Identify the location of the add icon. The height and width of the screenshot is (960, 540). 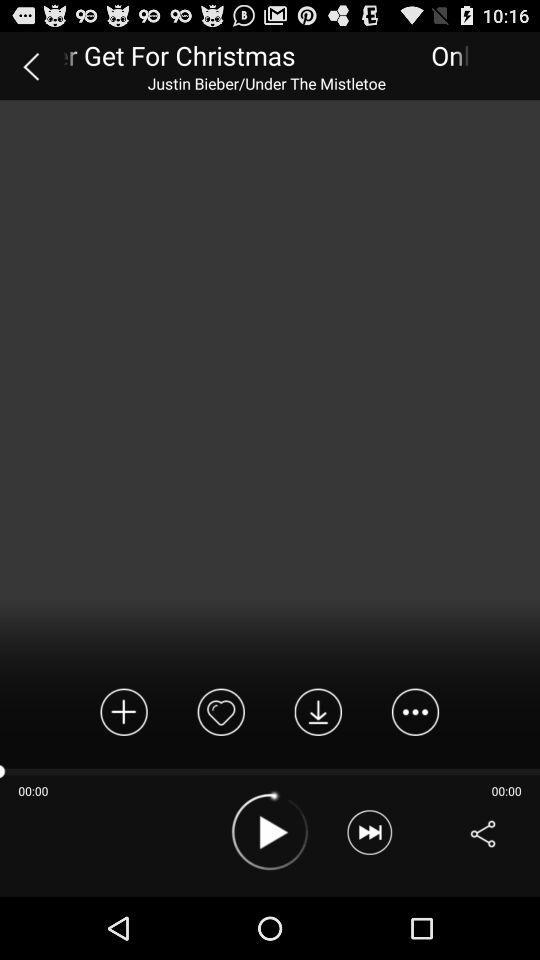
(124, 761).